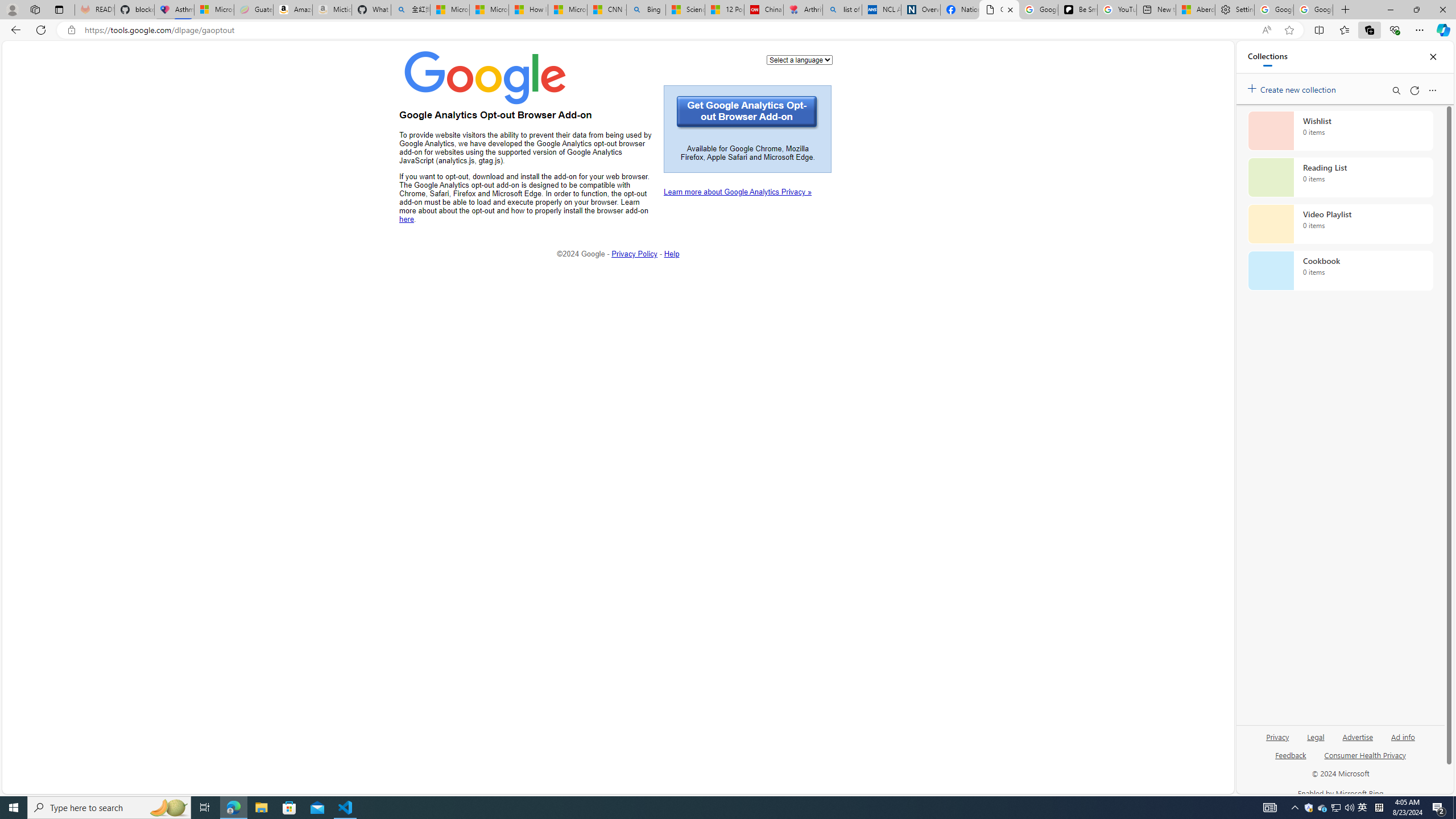 The image size is (1456, 819). What do you see at coordinates (1365, 759) in the screenshot?
I see `'Consumer Health Privacy'` at bounding box center [1365, 759].